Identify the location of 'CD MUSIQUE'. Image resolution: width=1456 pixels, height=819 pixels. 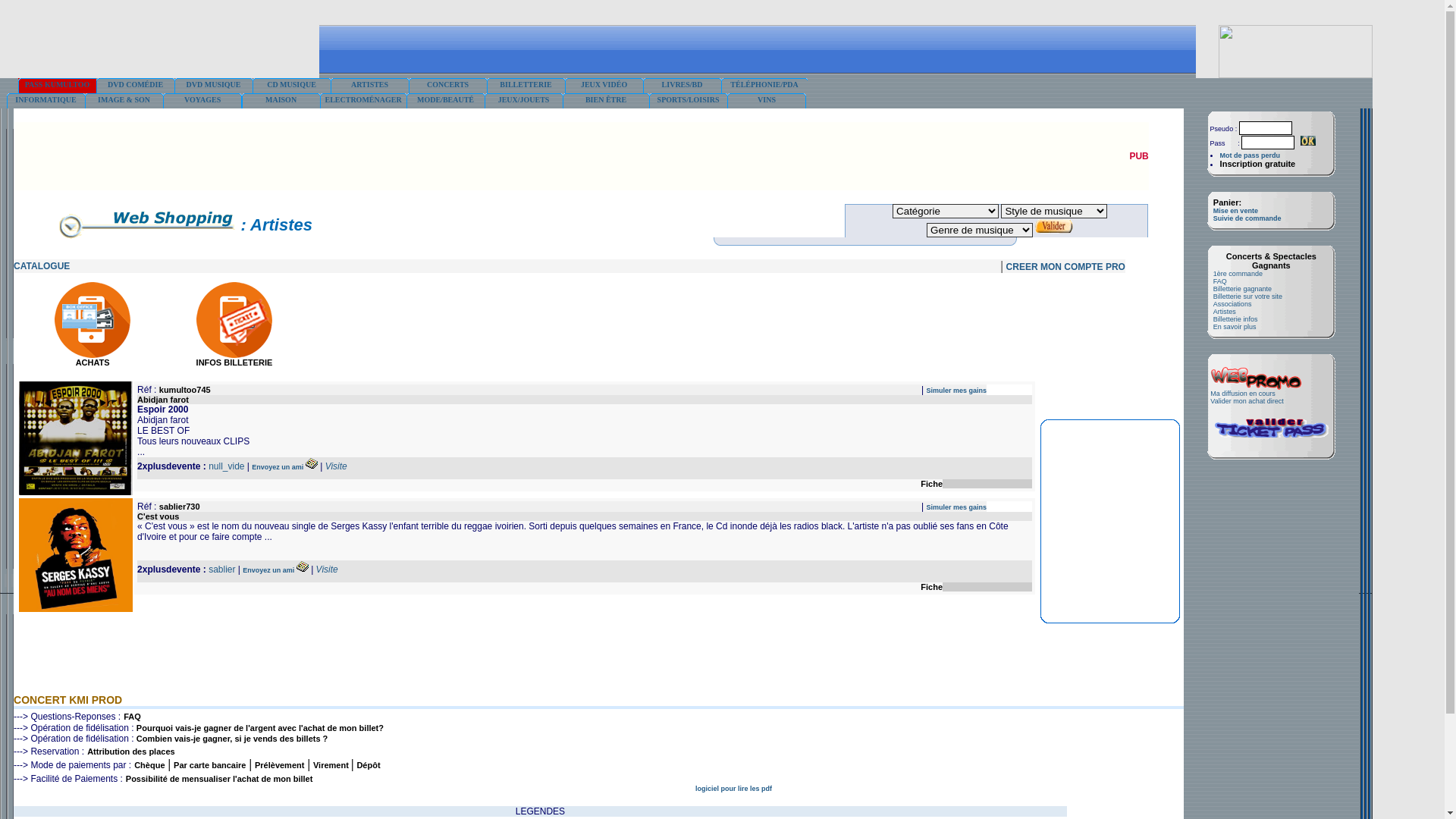
(291, 85).